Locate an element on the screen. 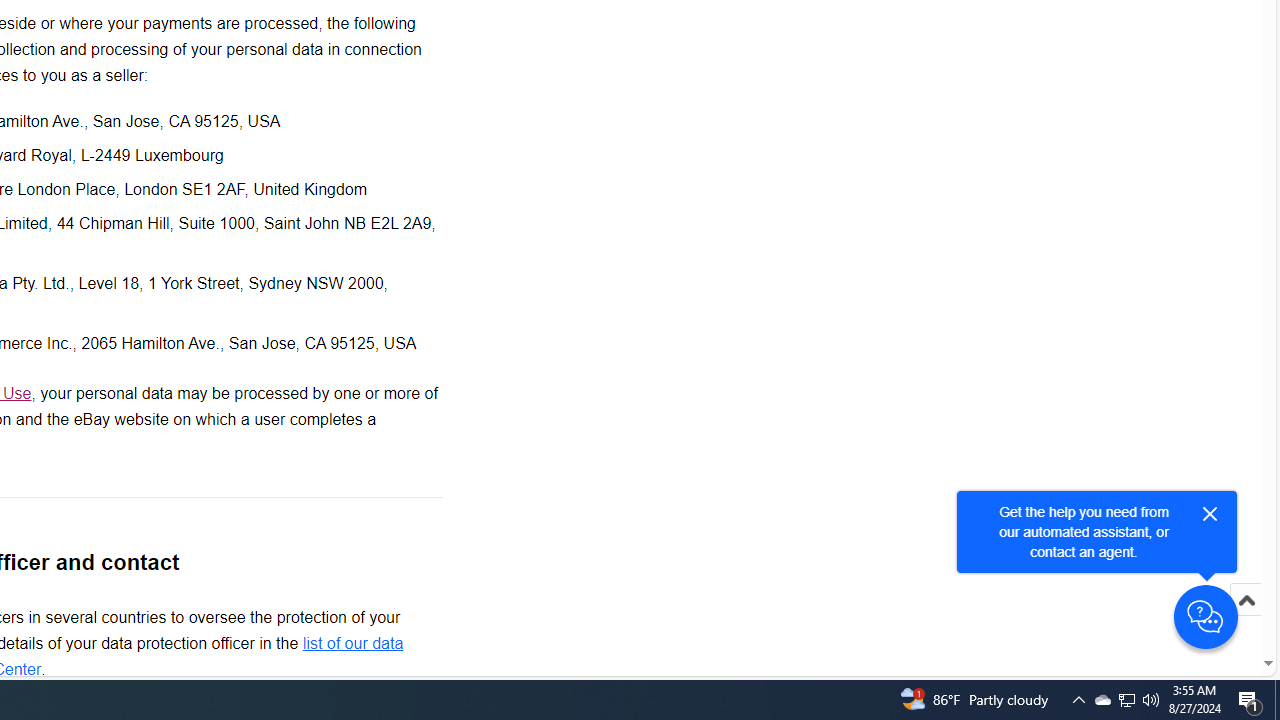  'Scroll to top' is located at coordinates (1245, 620).